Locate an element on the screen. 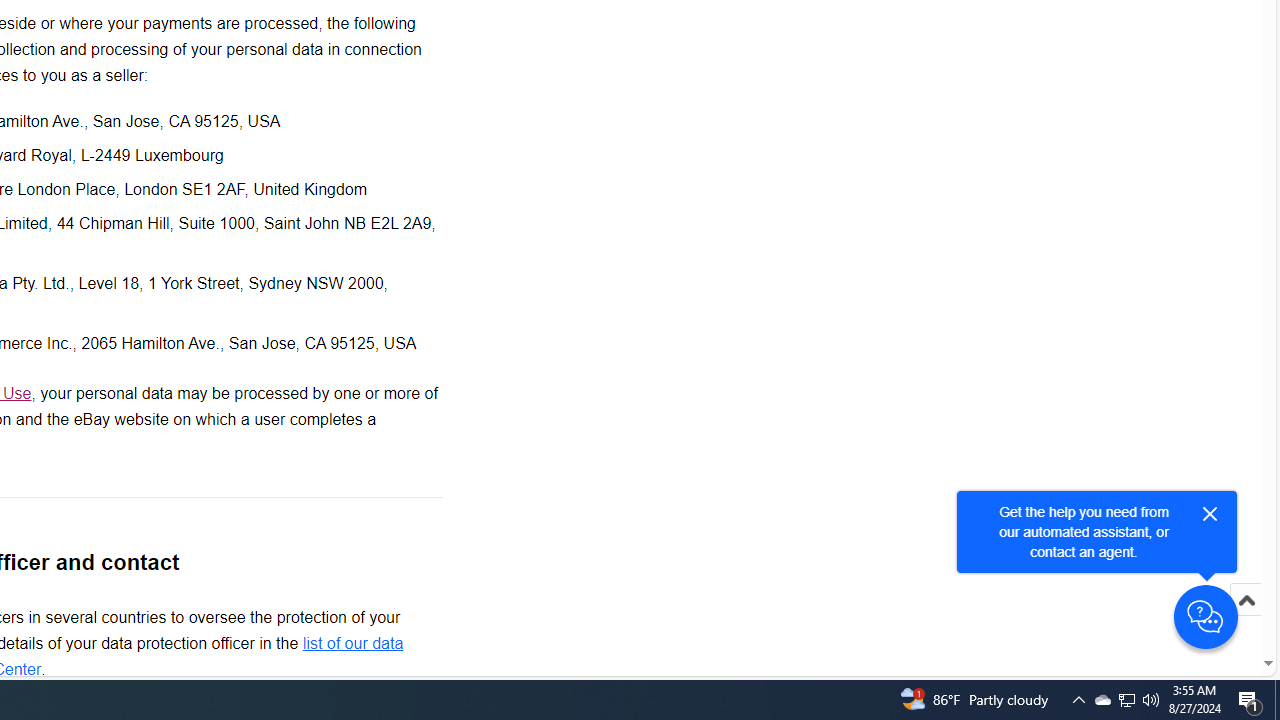  'Scroll to top' is located at coordinates (1245, 620).